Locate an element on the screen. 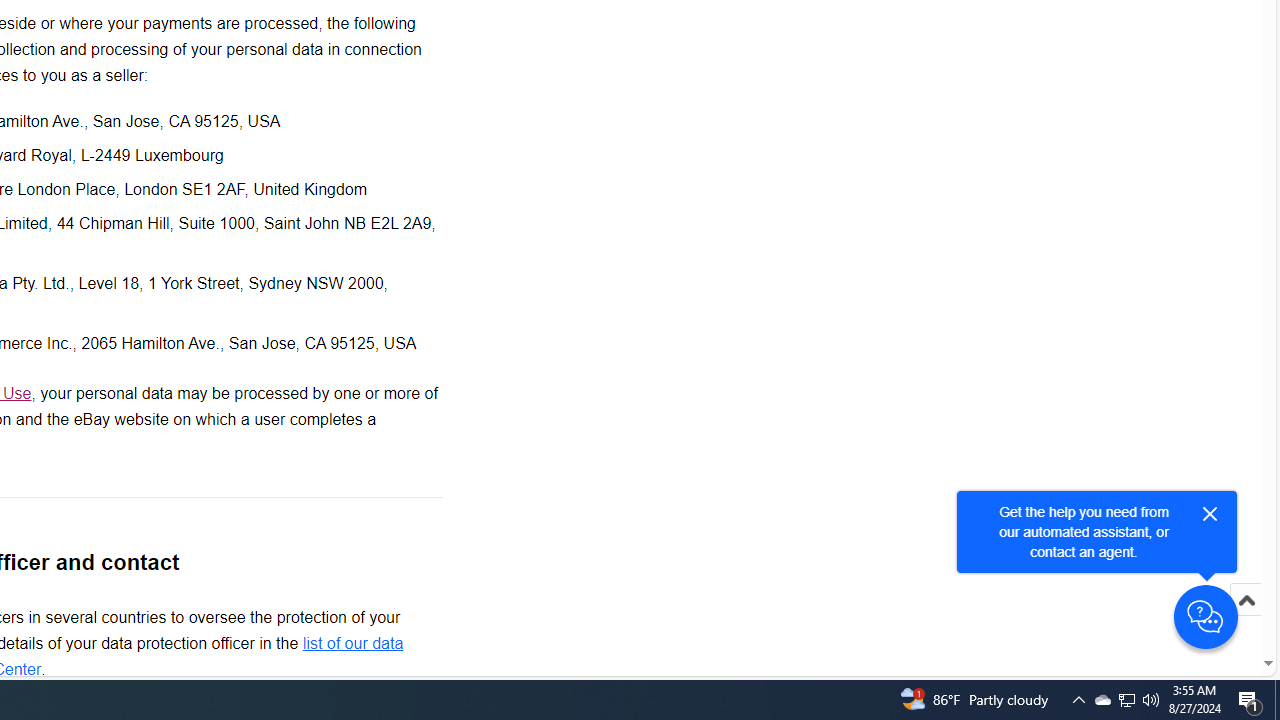  'Scroll to top' is located at coordinates (1245, 620).